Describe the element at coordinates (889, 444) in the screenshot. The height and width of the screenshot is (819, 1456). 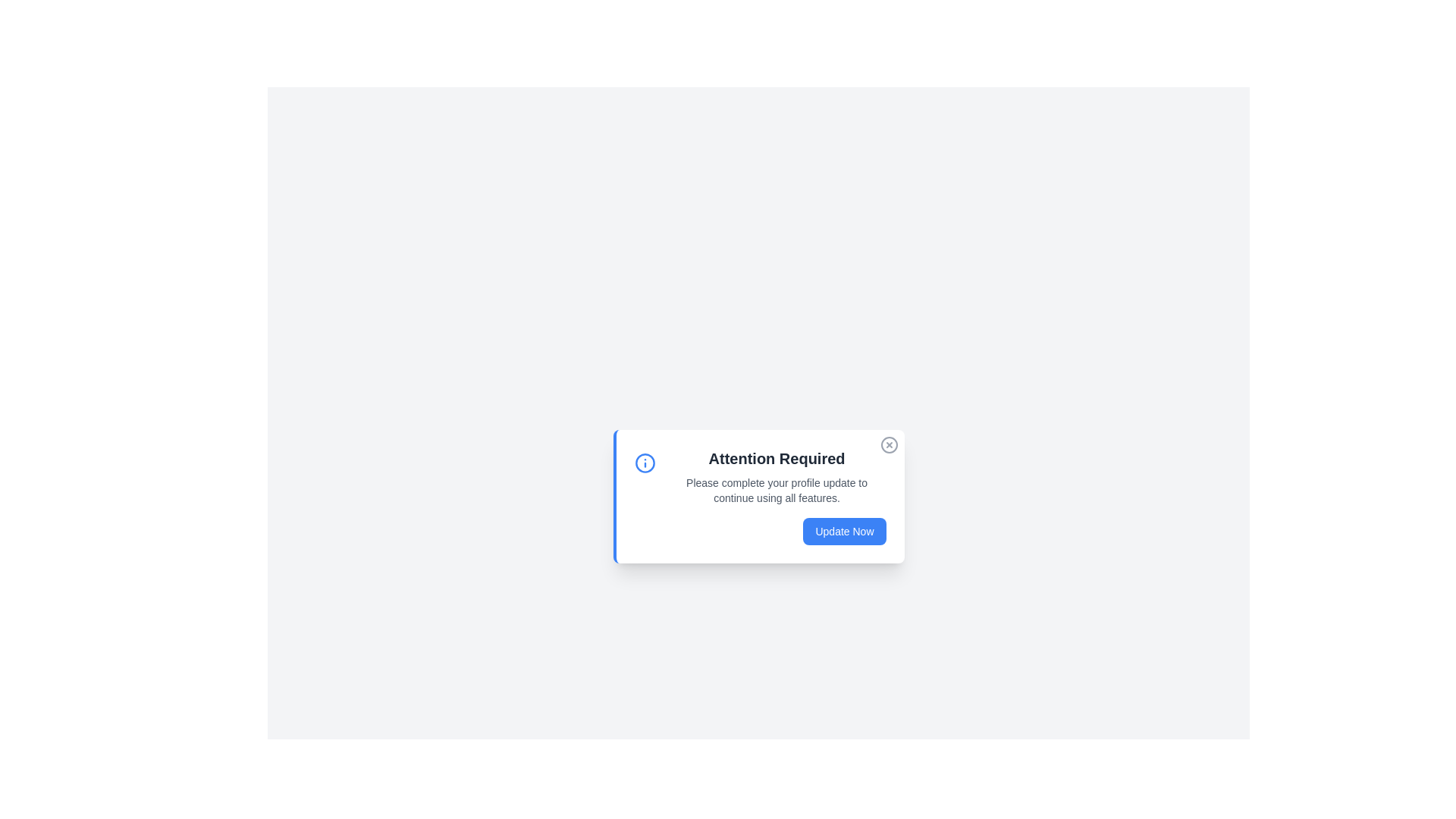
I see `the close button at the top-right corner of the alert` at that location.